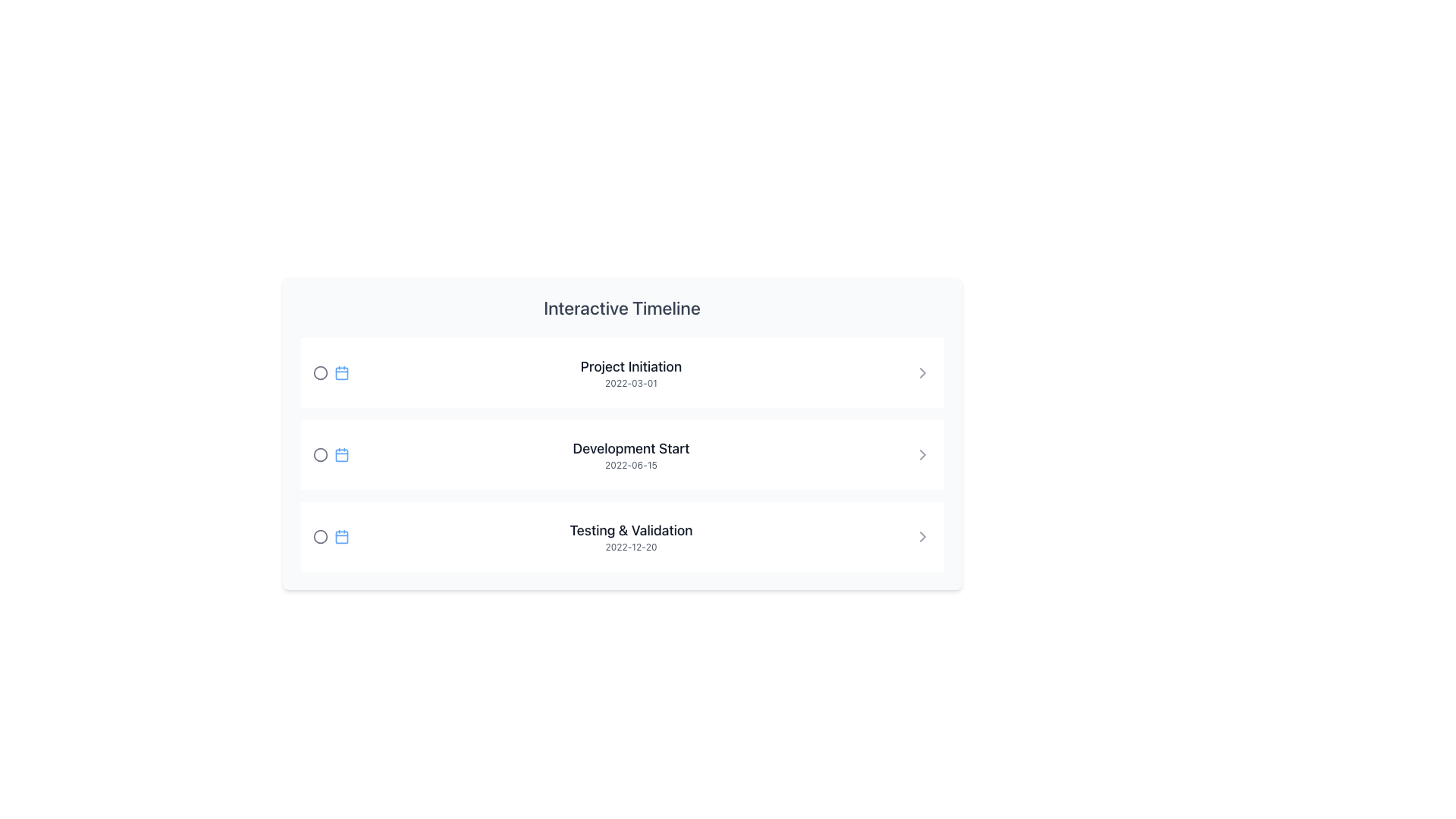 Image resolution: width=1456 pixels, height=819 pixels. I want to click on the Icon Pair consisting of a gray-bordered circle and a blue calendar located in the 'Interactive Timeline' section near 'Testing & Validation', so click(330, 536).